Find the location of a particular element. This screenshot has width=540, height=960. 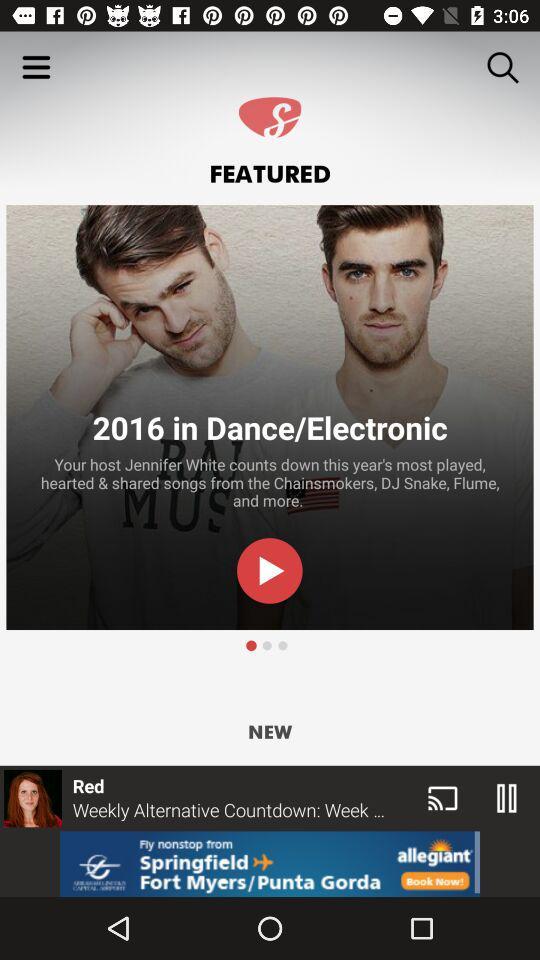

the pause icon is located at coordinates (507, 798).